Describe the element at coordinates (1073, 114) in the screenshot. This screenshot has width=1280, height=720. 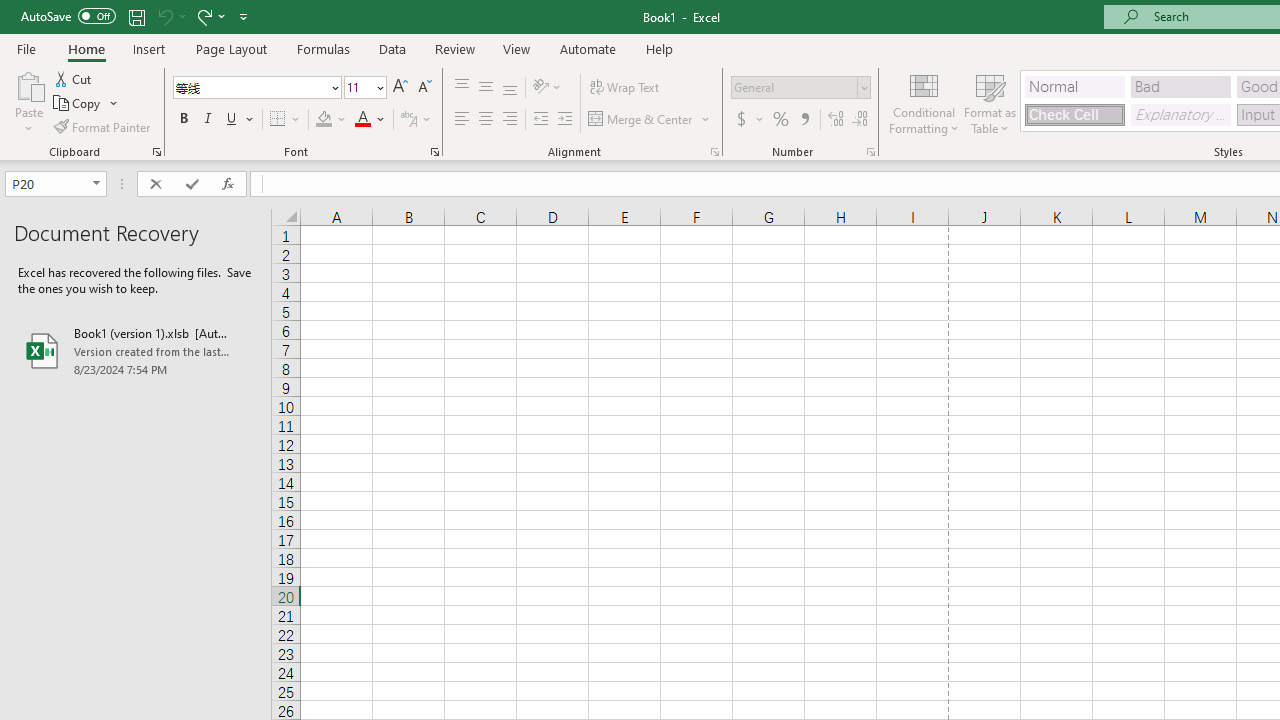
I see `'Check Cell'` at that location.